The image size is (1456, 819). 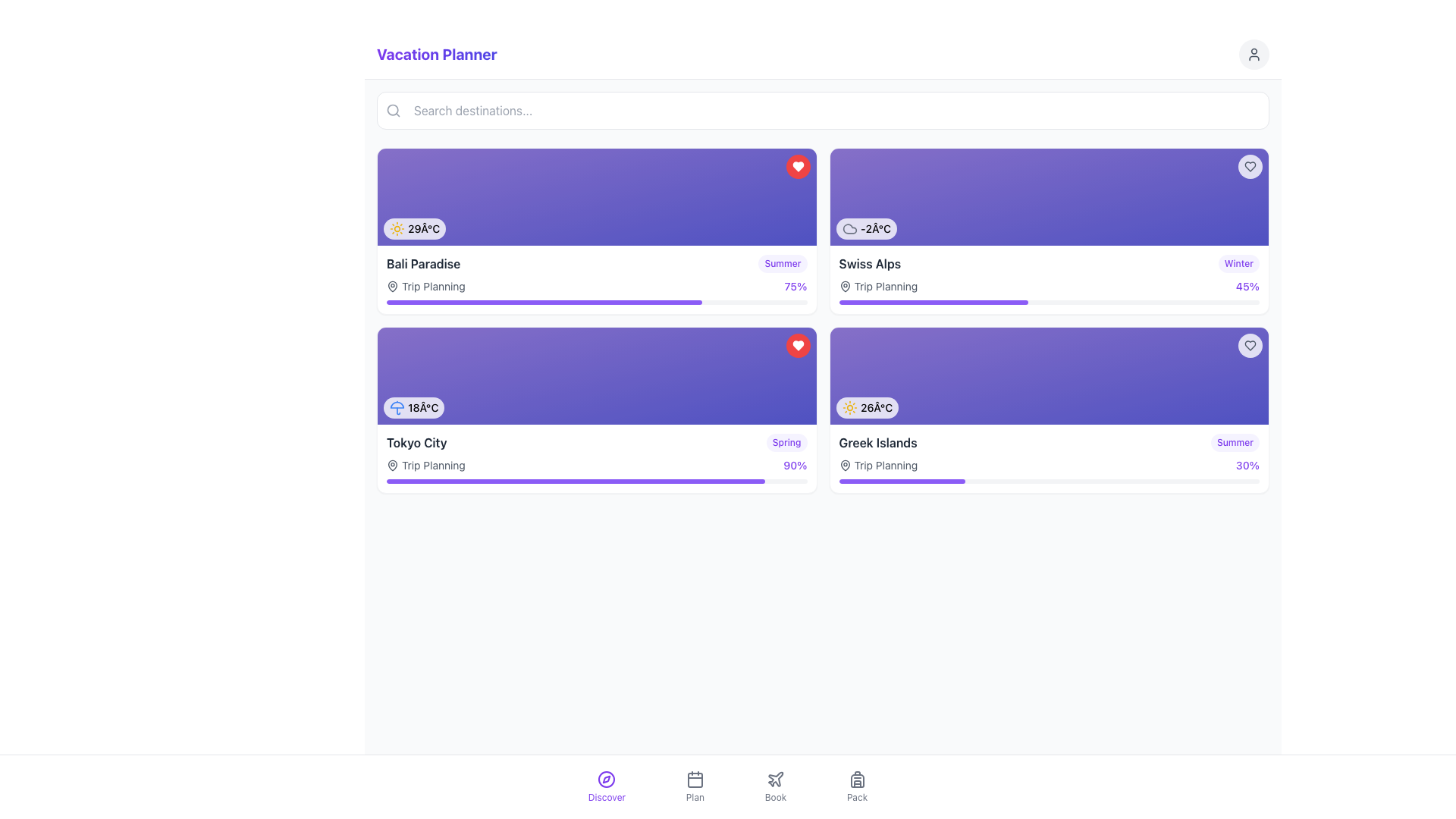 What do you see at coordinates (393, 110) in the screenshot?
I see `the surrounding input field by interacting with the circular magnifying glass icon located inside the search bar, positioned at the top of the interface, to the left of the placeholder text 'Search destinations...'` at bounding box center [393, 110].